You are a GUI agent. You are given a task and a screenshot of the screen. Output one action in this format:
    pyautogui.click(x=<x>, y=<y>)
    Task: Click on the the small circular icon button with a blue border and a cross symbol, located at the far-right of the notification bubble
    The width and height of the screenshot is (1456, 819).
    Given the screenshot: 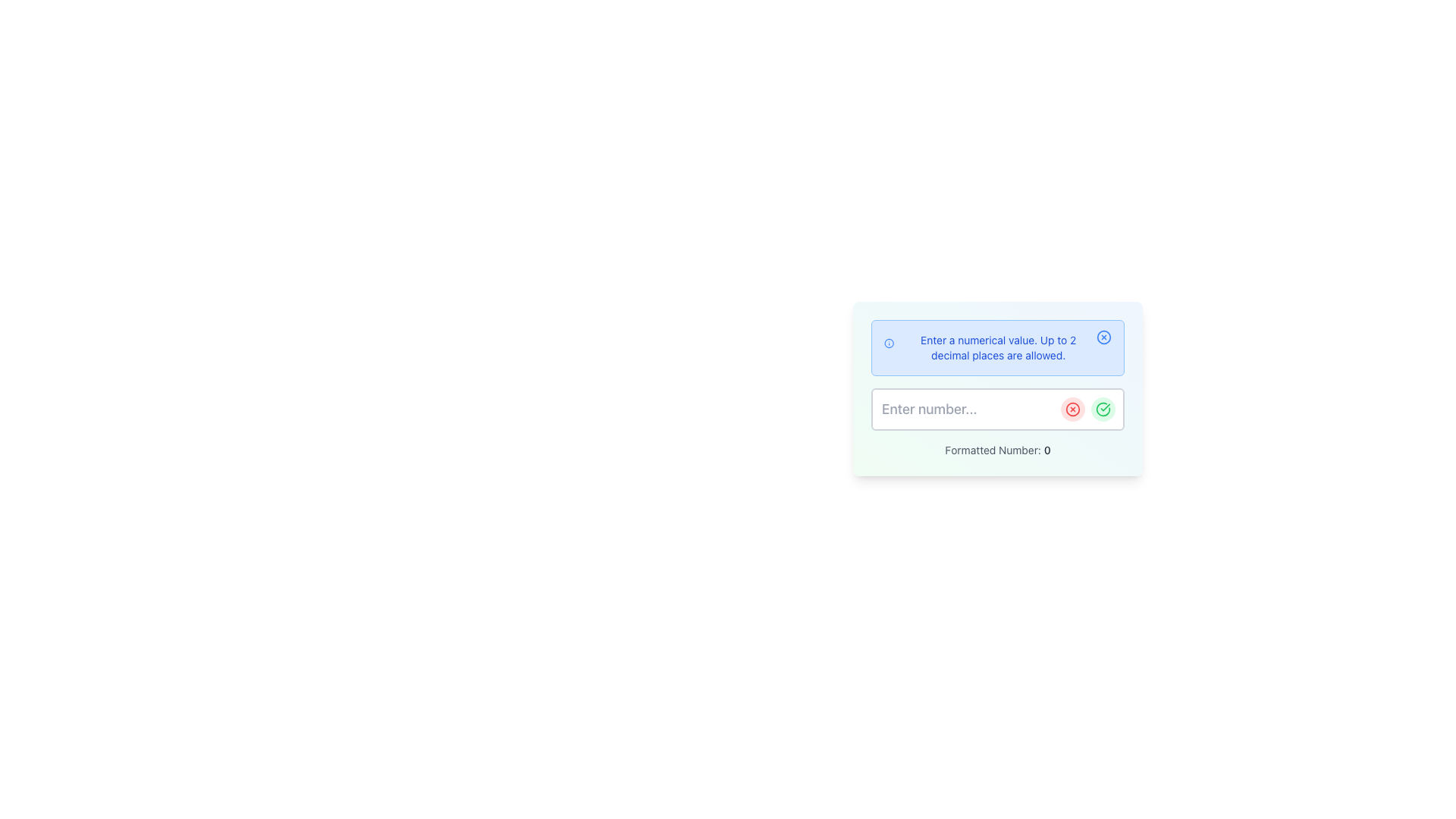 What is the action you would take?
    pyautogui.click(x=1103, y=336)
    